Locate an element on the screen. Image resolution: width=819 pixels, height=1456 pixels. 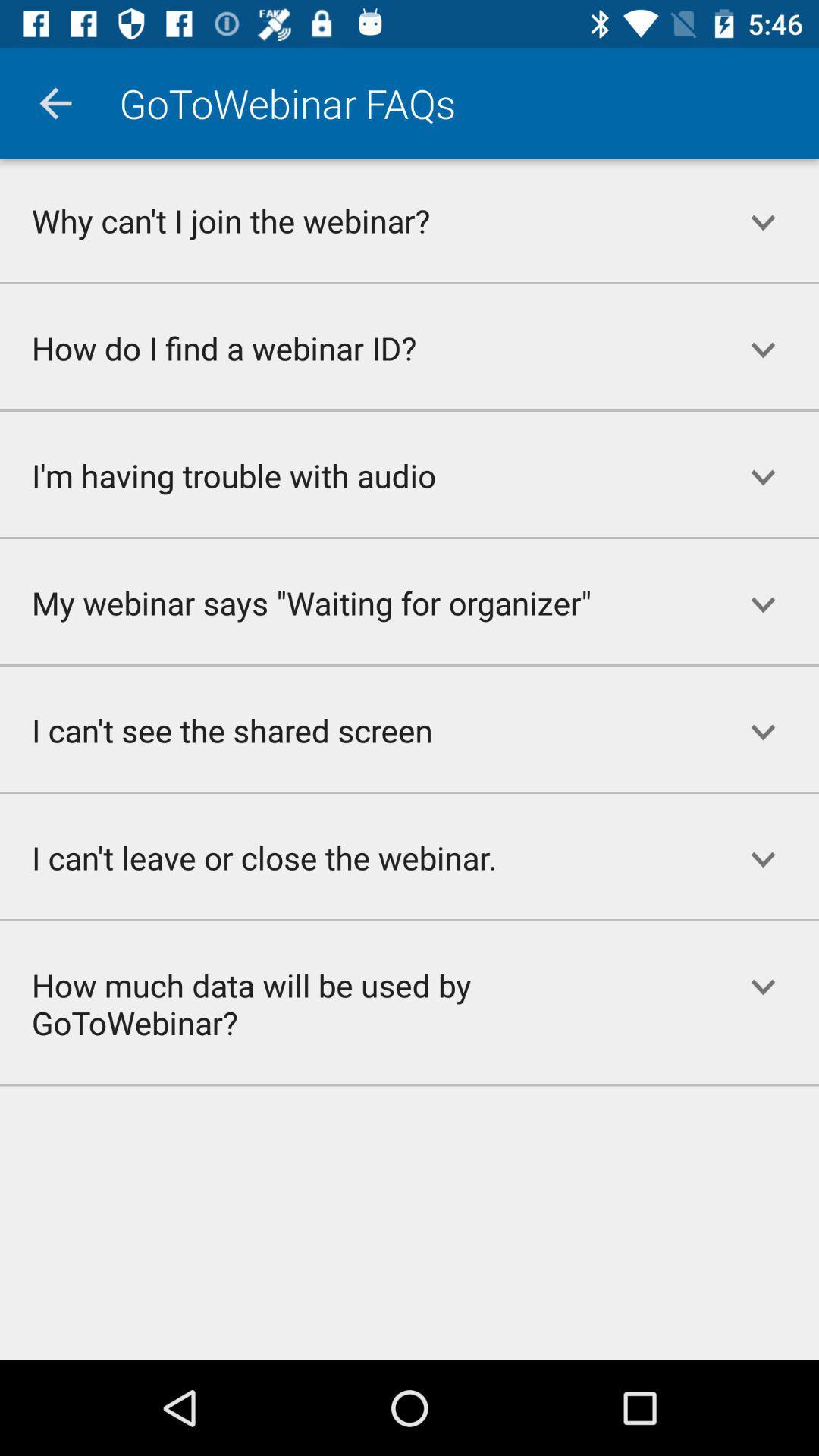
how do i icon is located at coordinates (353, 347).